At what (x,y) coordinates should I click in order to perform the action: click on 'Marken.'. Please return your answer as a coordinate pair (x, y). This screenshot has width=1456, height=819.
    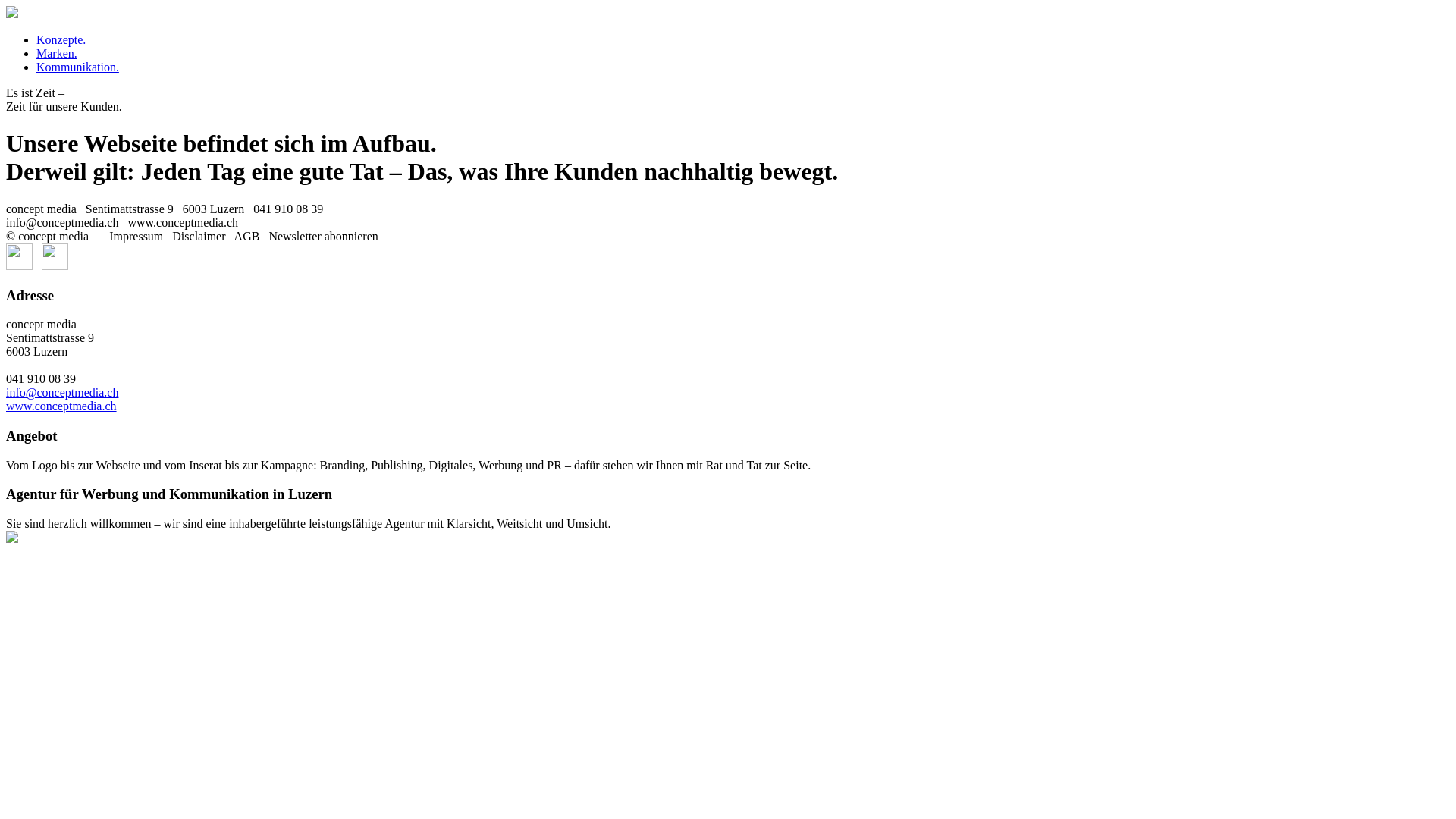
    Looking at the image, I should click on (57, 52).